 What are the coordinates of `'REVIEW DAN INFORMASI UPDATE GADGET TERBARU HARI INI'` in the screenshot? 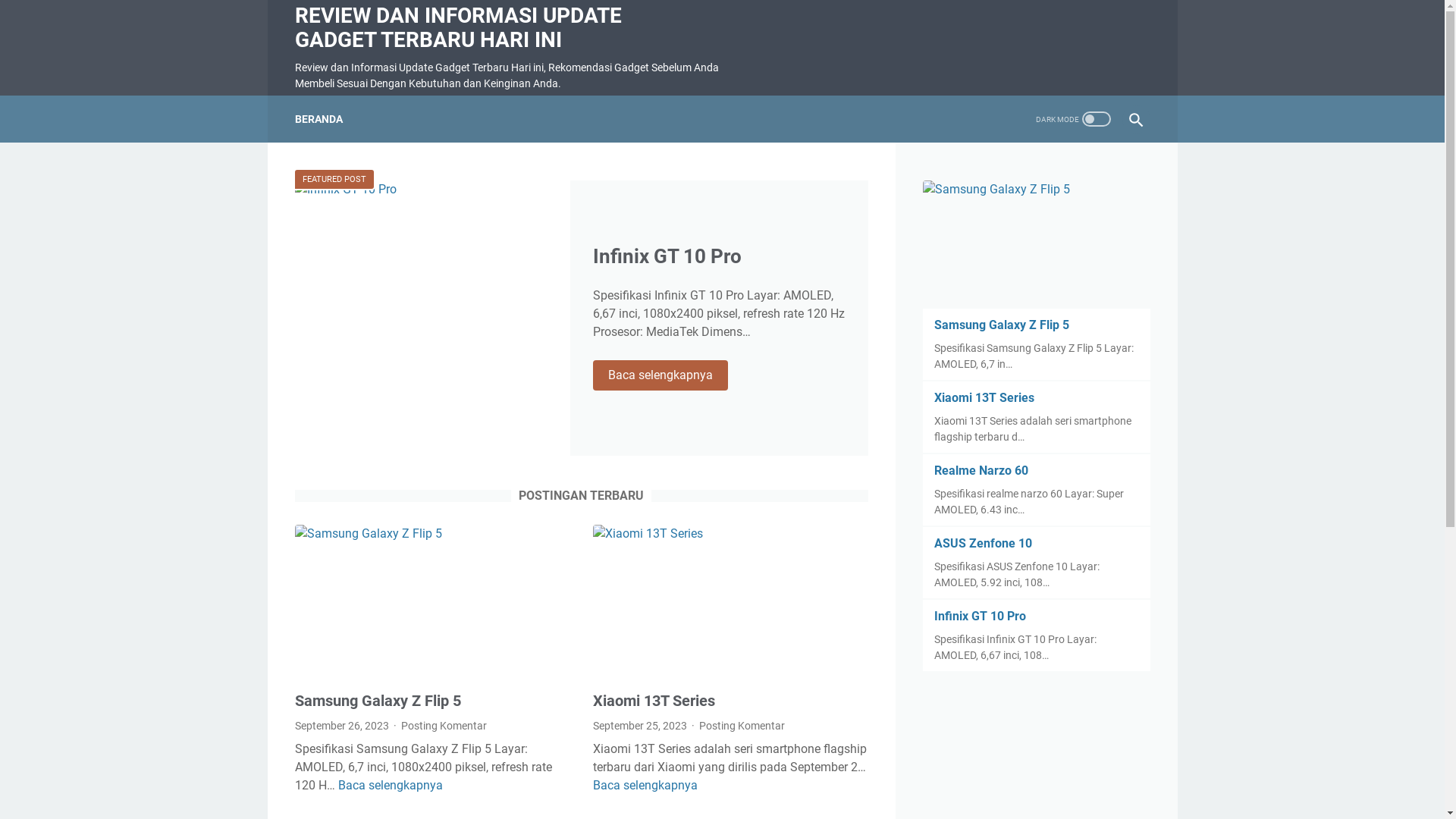 It's located at (457, 27).